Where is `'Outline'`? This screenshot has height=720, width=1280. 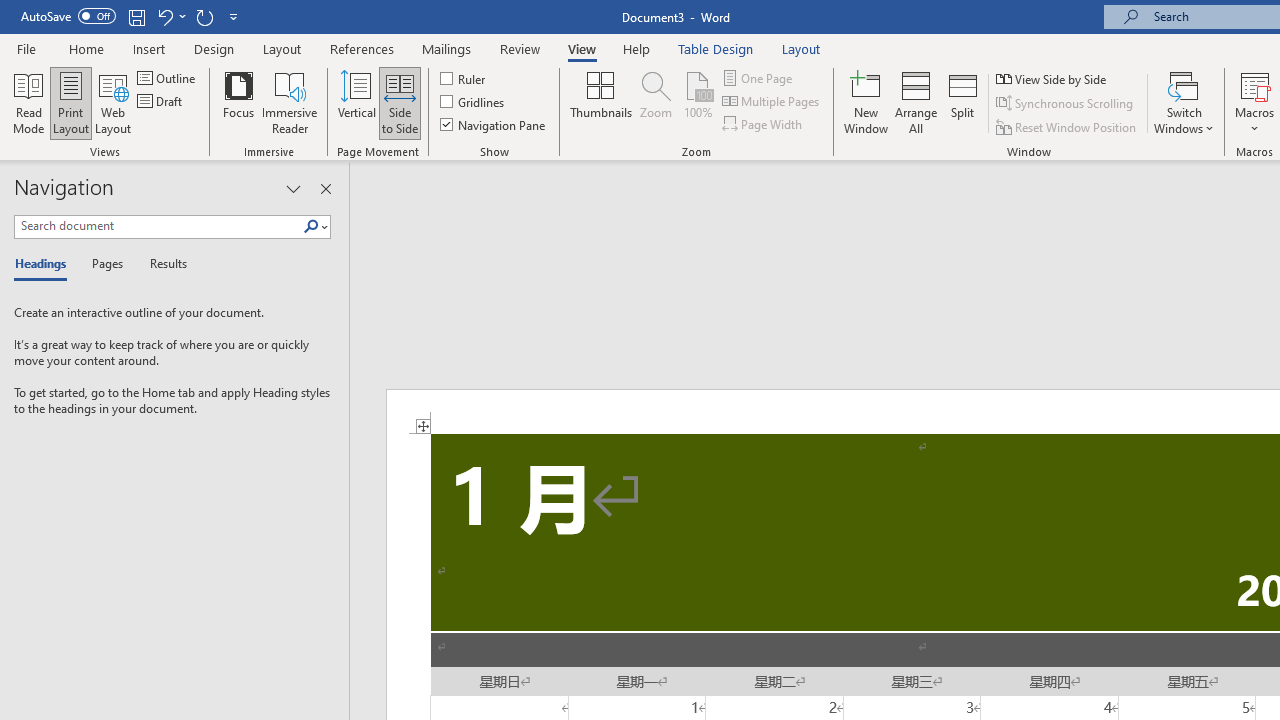
'Outline' is located at coordinates (168, 77).